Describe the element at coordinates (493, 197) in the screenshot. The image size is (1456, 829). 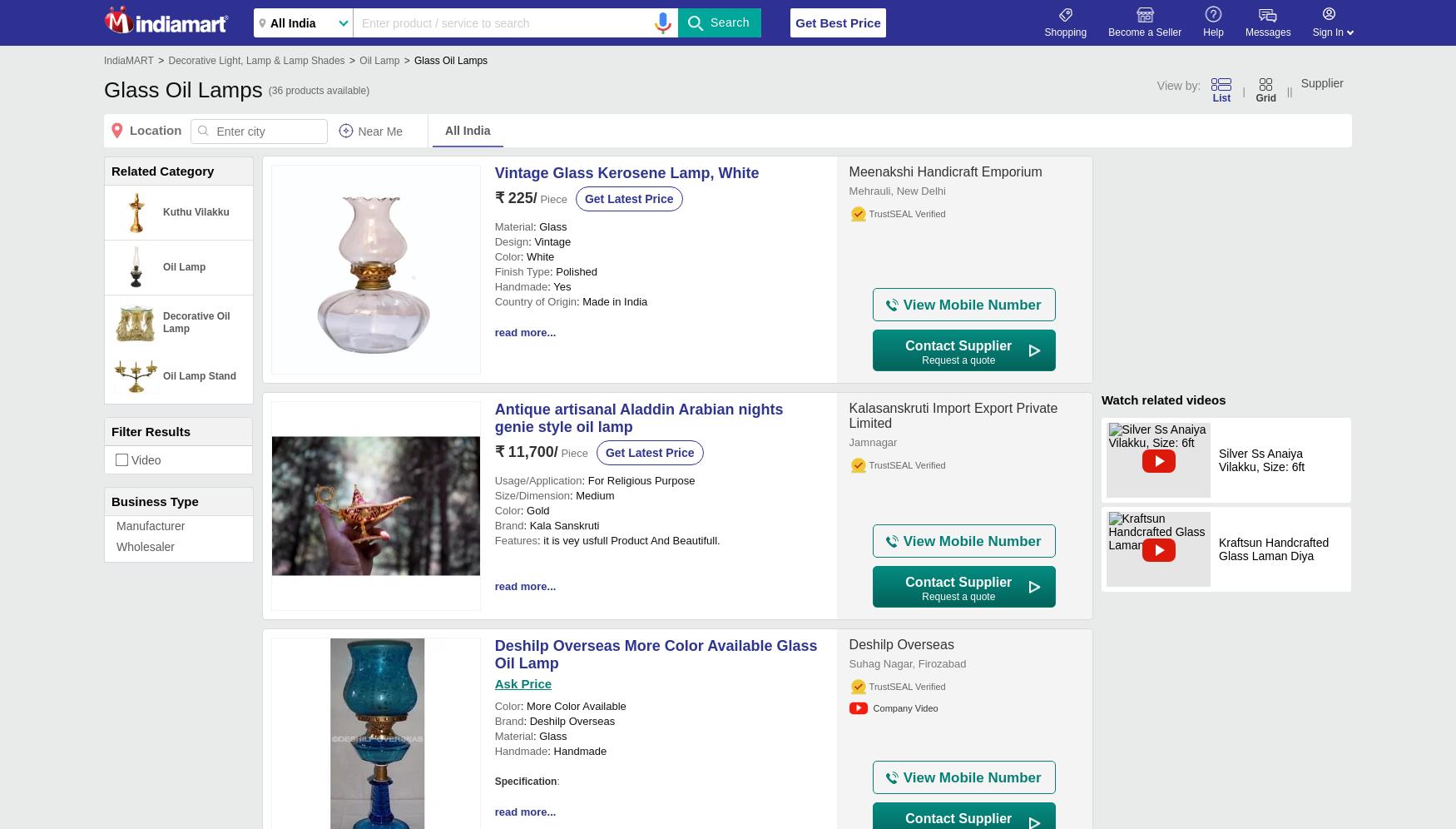
I see `'₹ 225/'` at that location.